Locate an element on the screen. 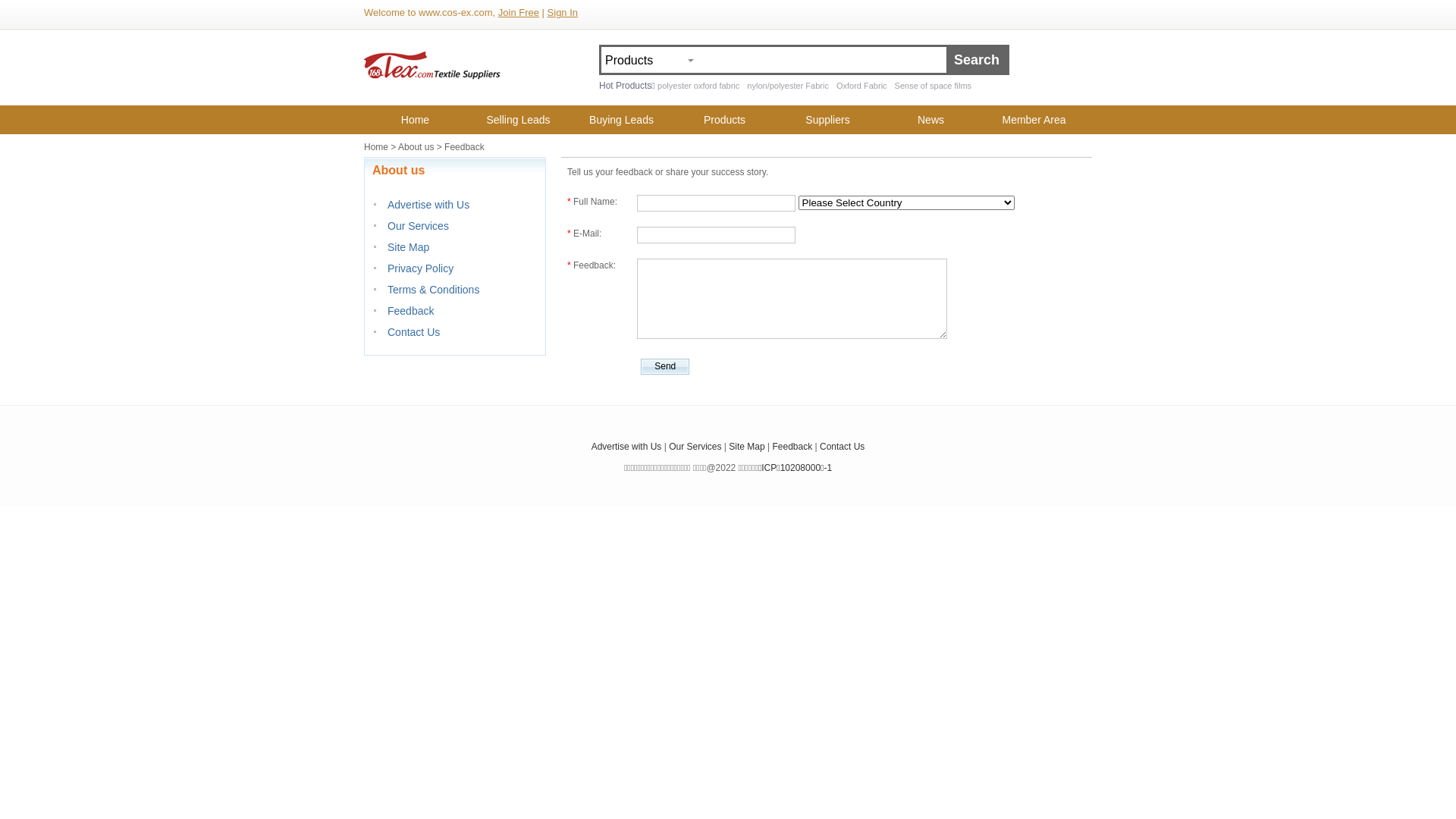 This screenshot has height=819, width=1456. 'nylon/polyester Fabric' is located at coordinates (787, 85).